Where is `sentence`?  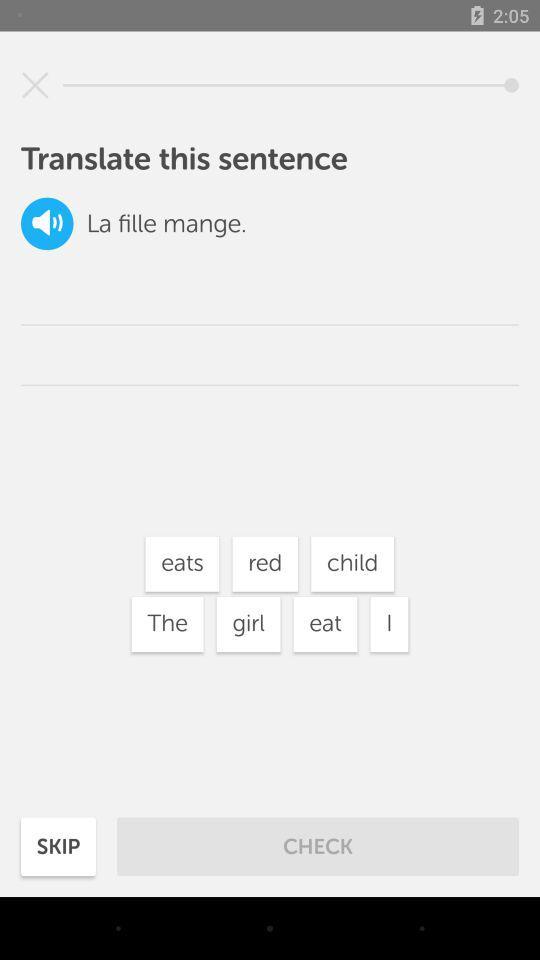
sentence is located at coordinates (35, 85).